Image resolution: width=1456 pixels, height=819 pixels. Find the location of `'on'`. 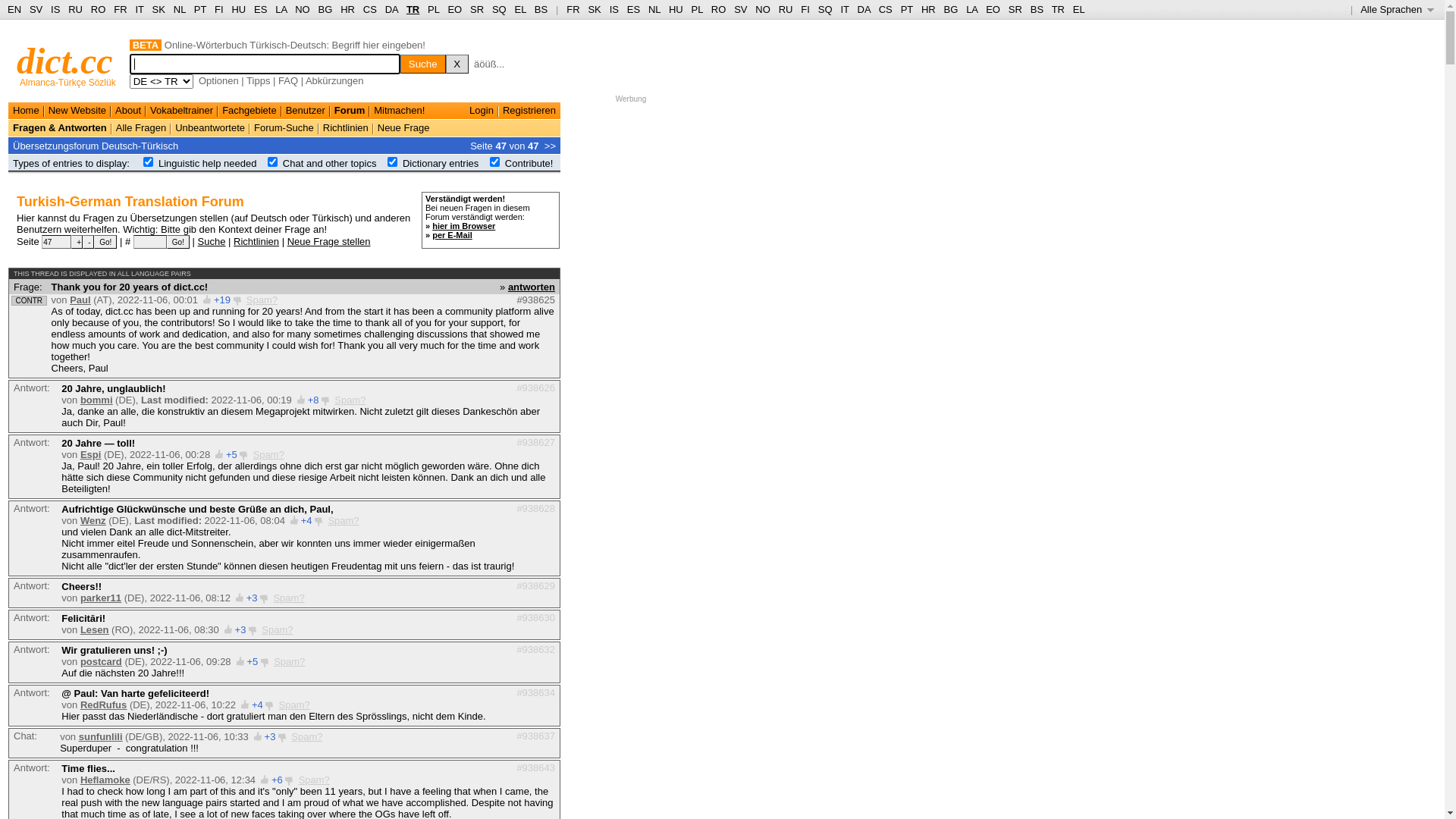

'on' is located at coordinates (494, 162).